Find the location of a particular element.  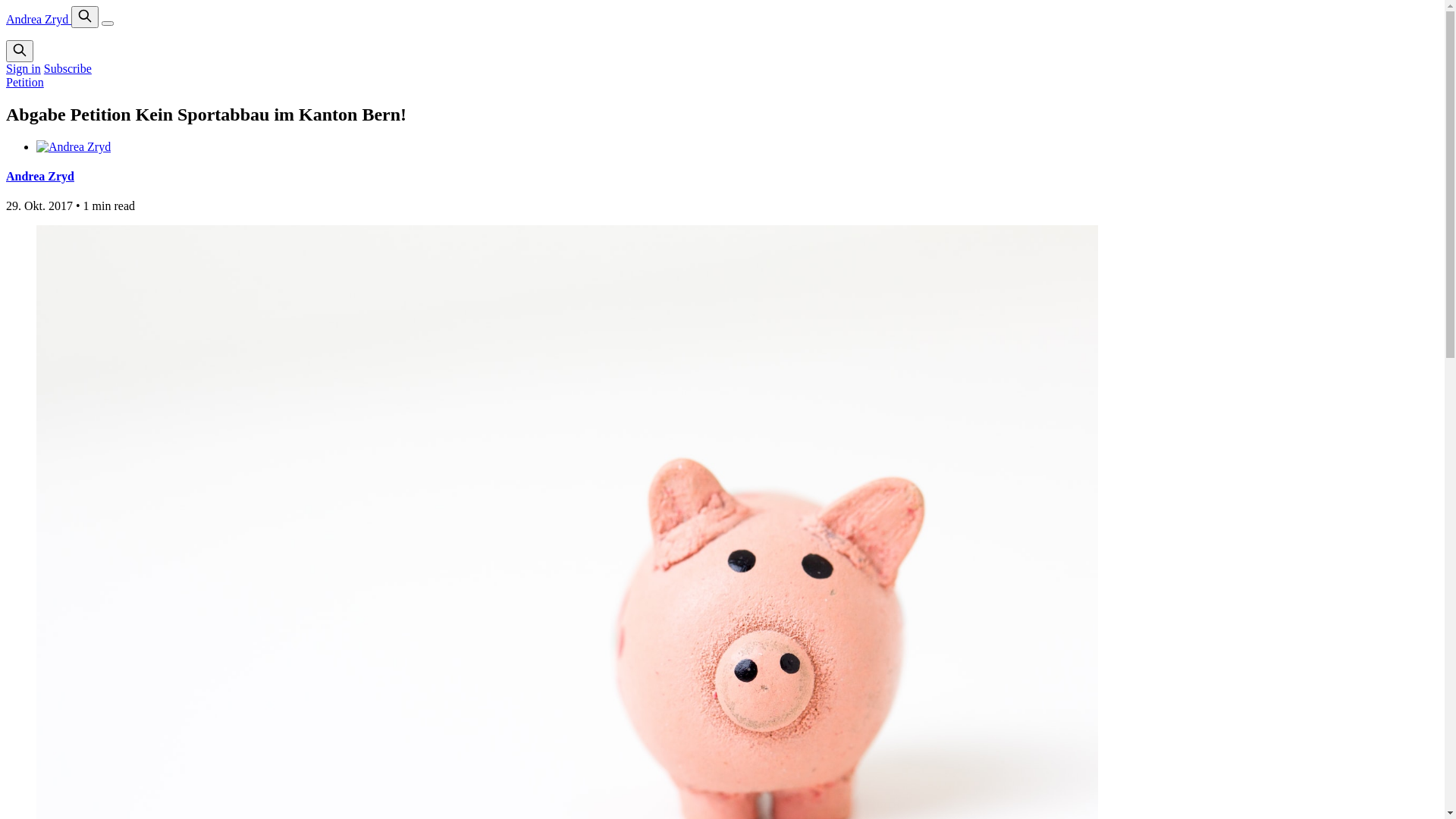

'Petition' is located at coordinates (25, 82).